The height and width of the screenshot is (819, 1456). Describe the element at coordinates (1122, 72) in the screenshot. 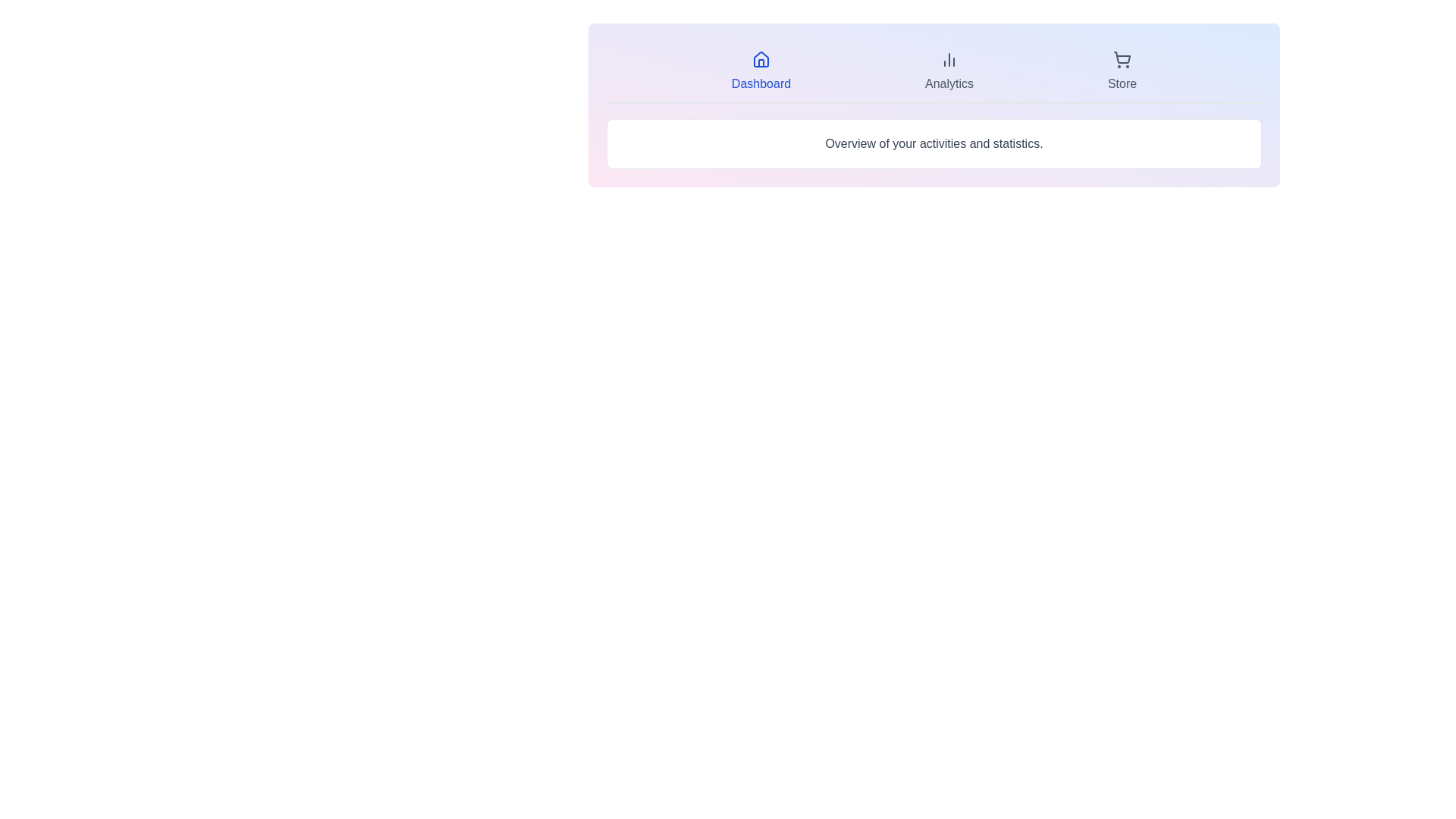

I see `the Store tab in the AdvancedTabs component` at that location.